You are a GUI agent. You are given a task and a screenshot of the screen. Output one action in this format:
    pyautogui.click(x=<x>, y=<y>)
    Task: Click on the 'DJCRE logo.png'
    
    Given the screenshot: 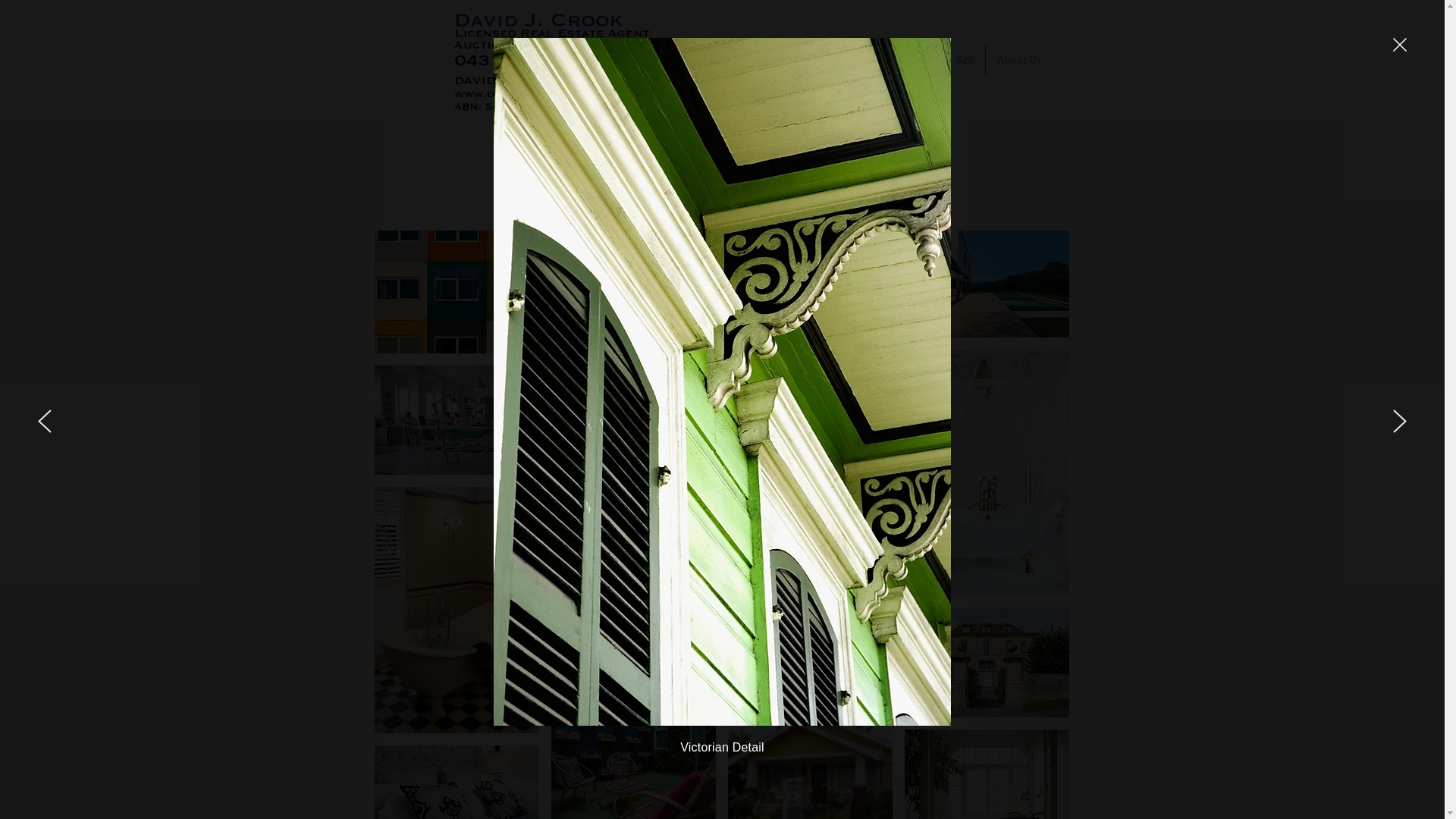 What is the action you would take?
    pyautogui.click(x=584, y=58)
    